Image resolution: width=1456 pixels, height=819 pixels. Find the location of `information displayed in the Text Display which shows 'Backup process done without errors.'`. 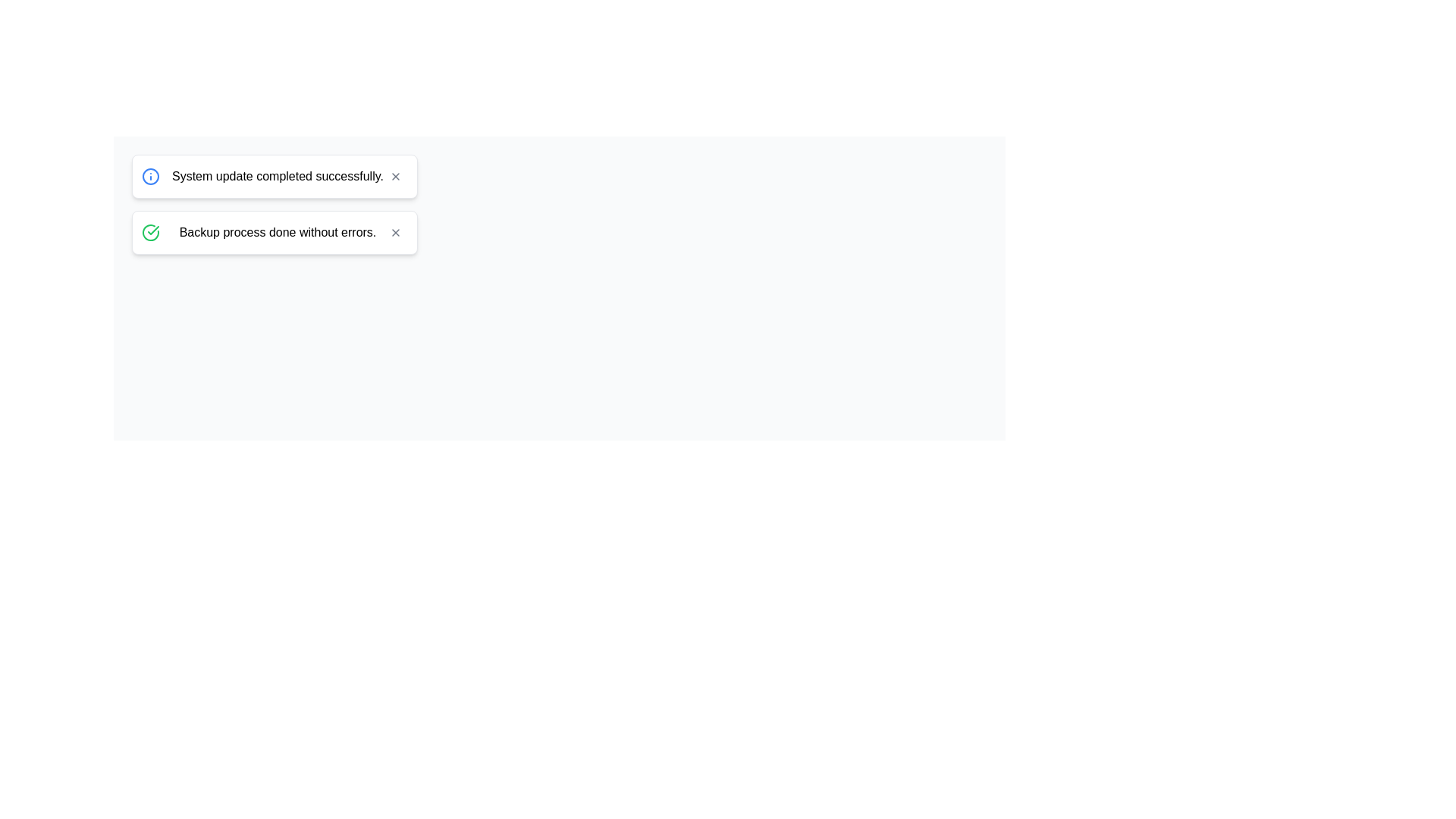

information displayed in the Text Display which shows 'Backup process done without errors.' is located at coordinates (278, 233).